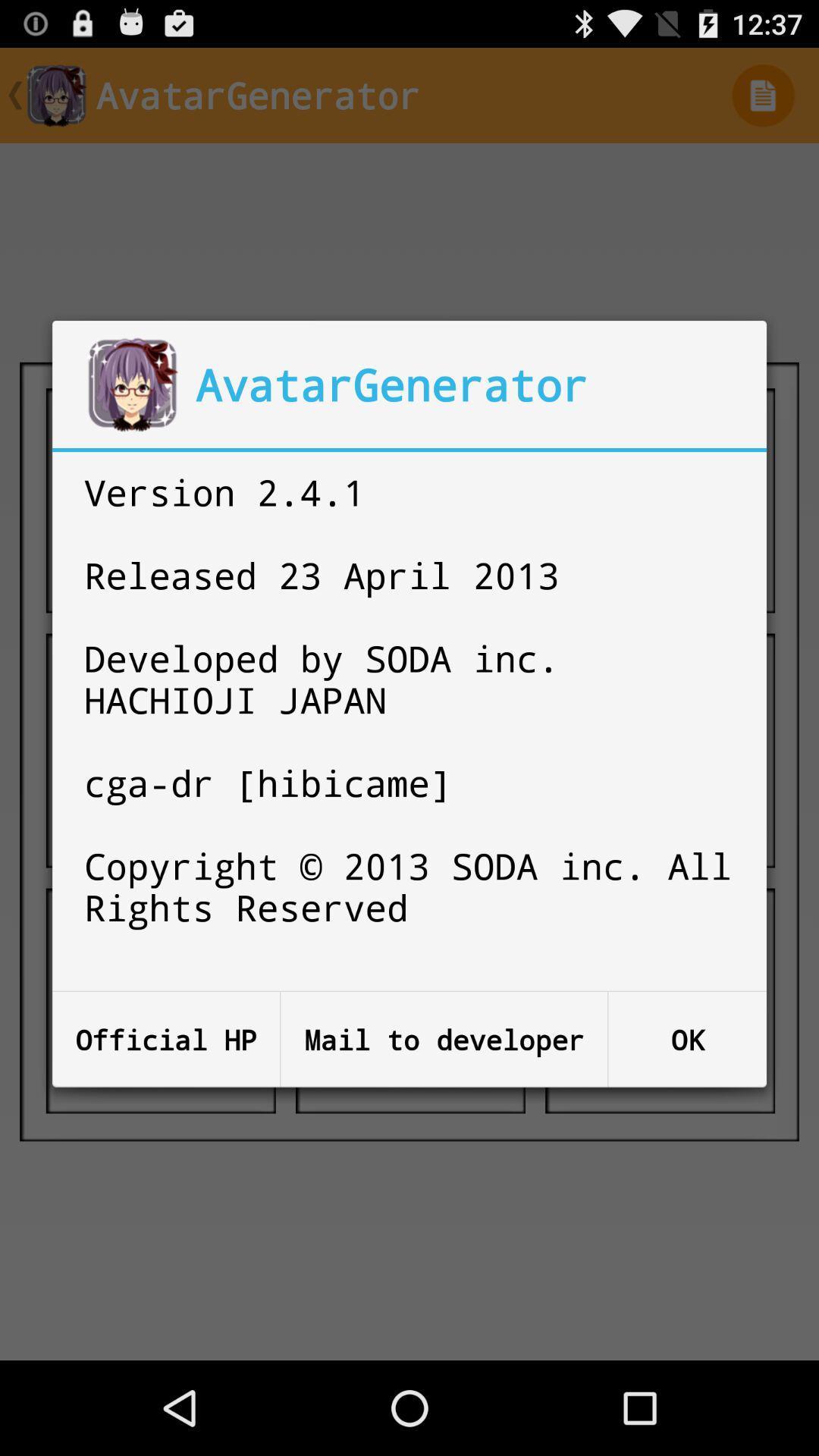 The width and height of the screenshot is (819, 1456). I want to click on icon at the bottom left corner, so click(166, 1039).